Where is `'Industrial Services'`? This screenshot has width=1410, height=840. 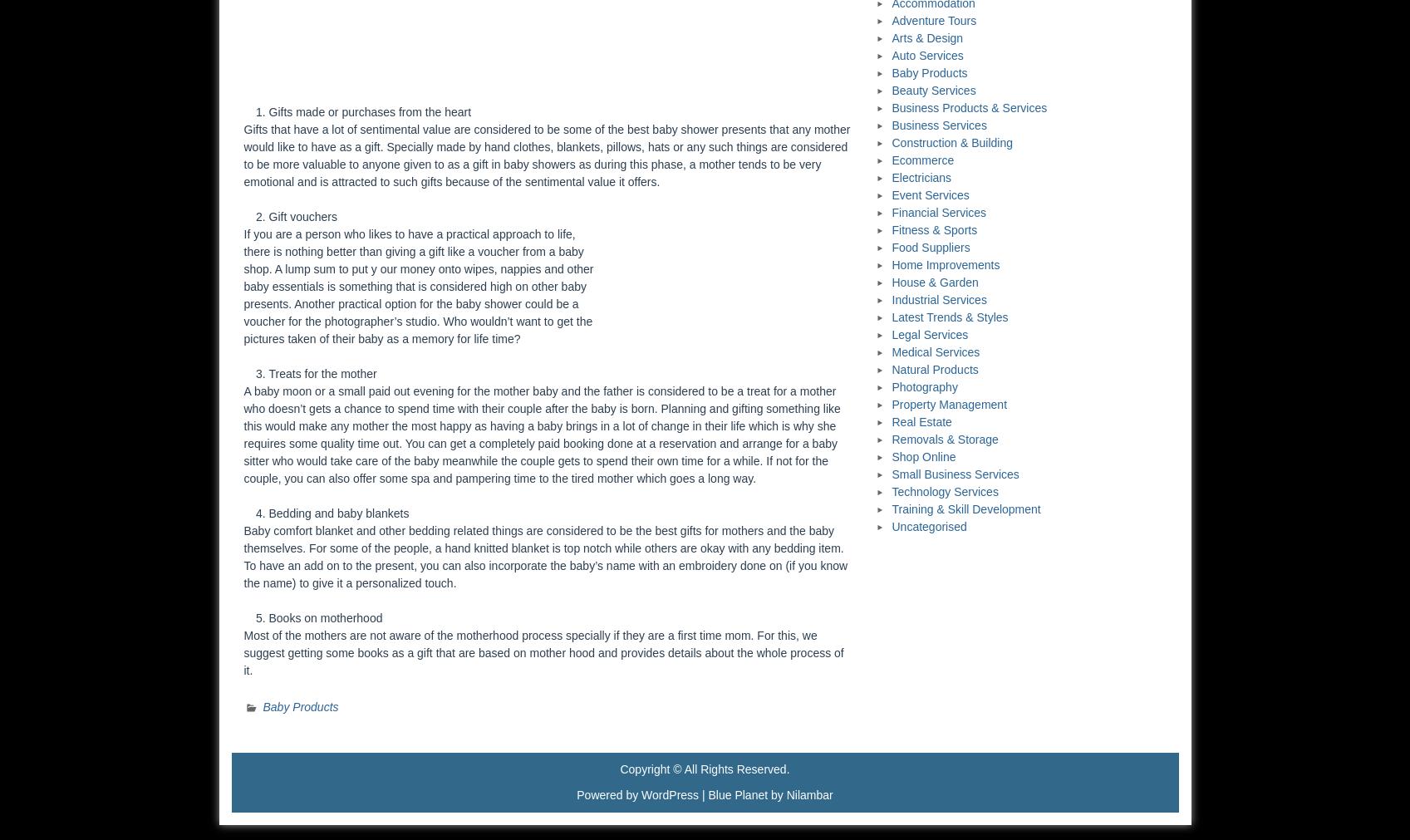 'Industrial Services' is located at coordinates (939, 298).